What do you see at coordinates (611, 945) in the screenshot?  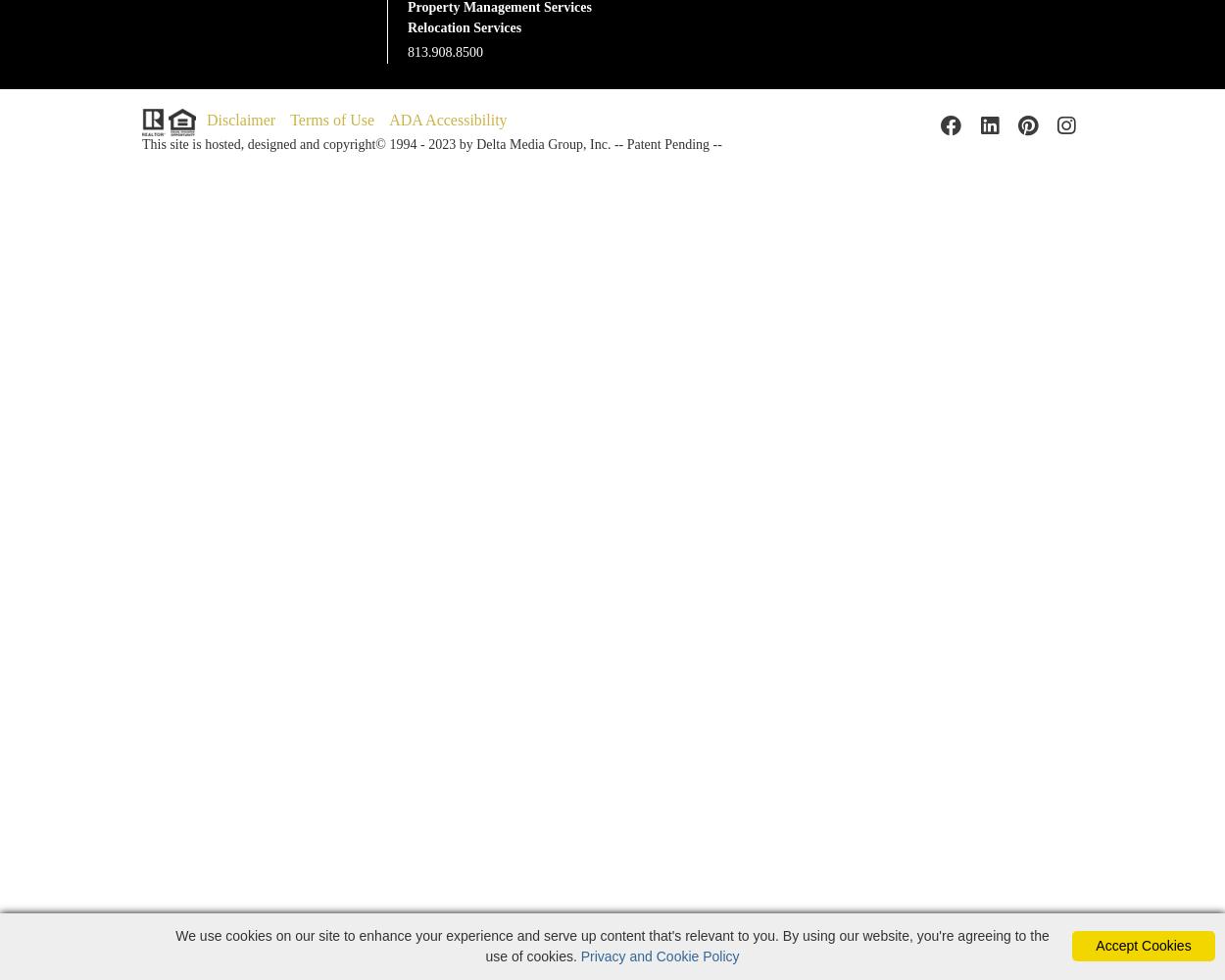 I see `'We use cookies on our site to enhance your experience and serve up content that's relevant to you. By using our website, you're agreeing to the use of cookies.'` at bounding box center [611, 945].